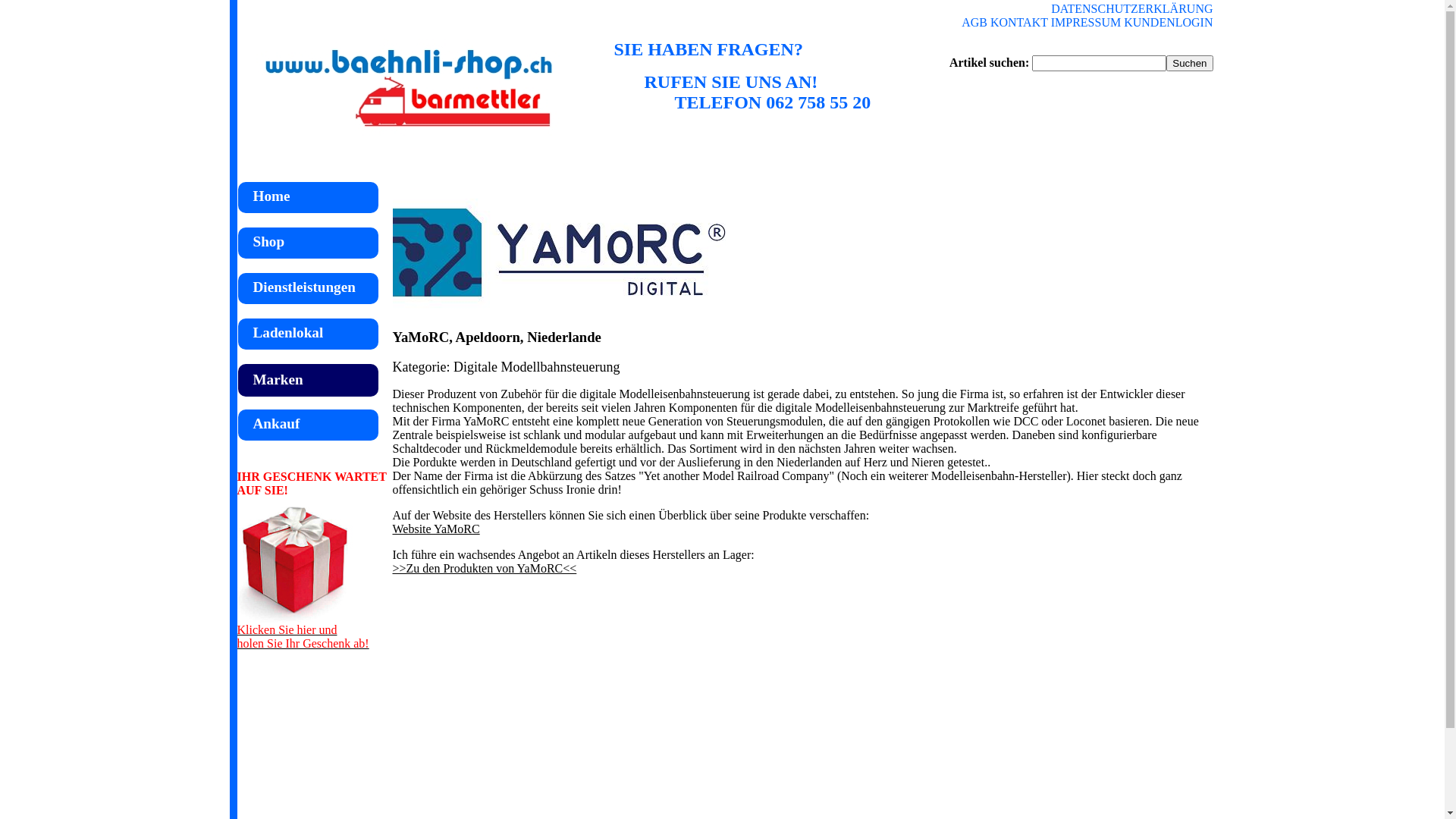  I want to click on 'IMPRESSUM', so click(1084, 22).